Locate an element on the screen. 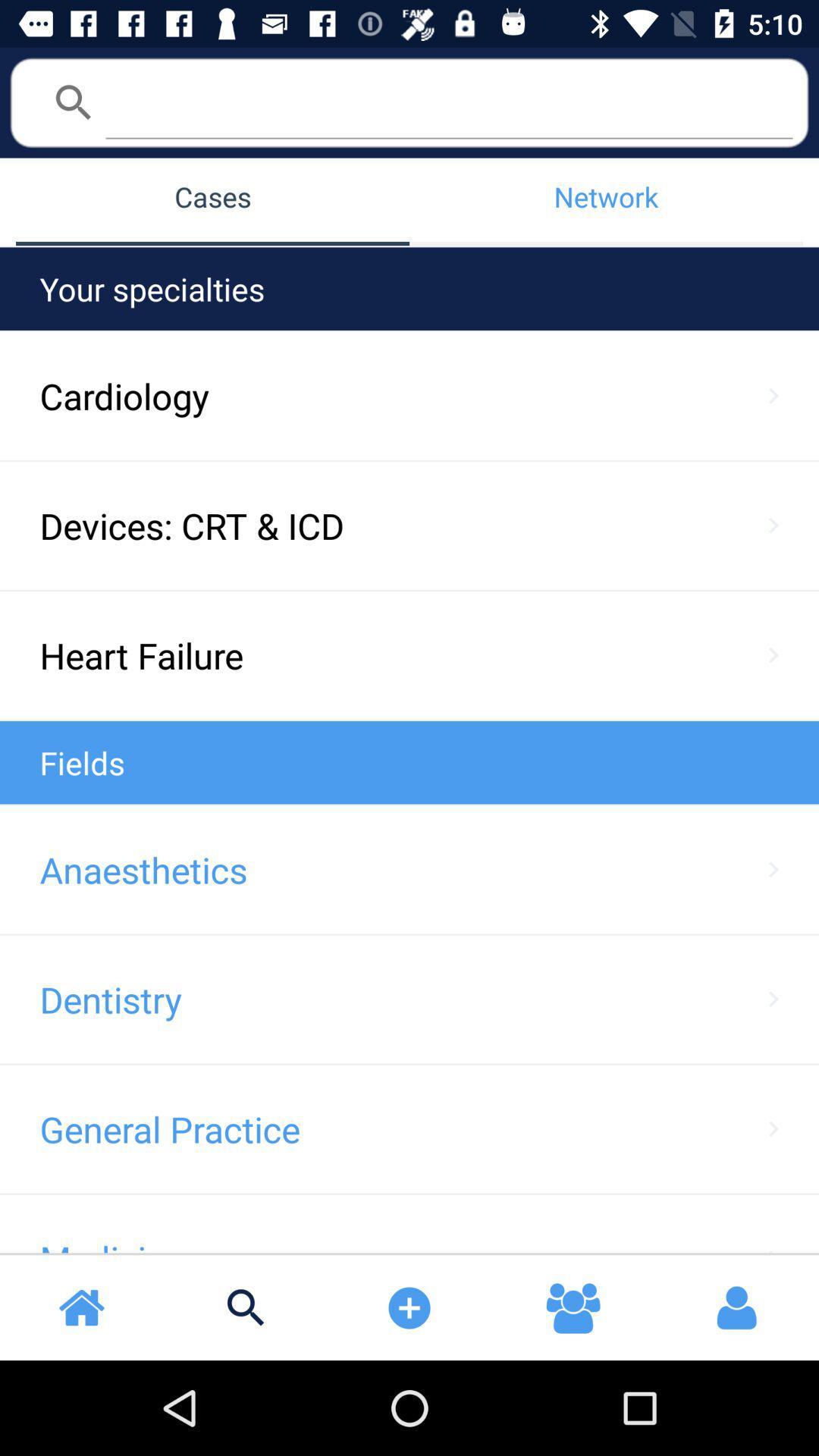 This screenshot has height=1456, width=819. search option is located at coordinates (448, 101).